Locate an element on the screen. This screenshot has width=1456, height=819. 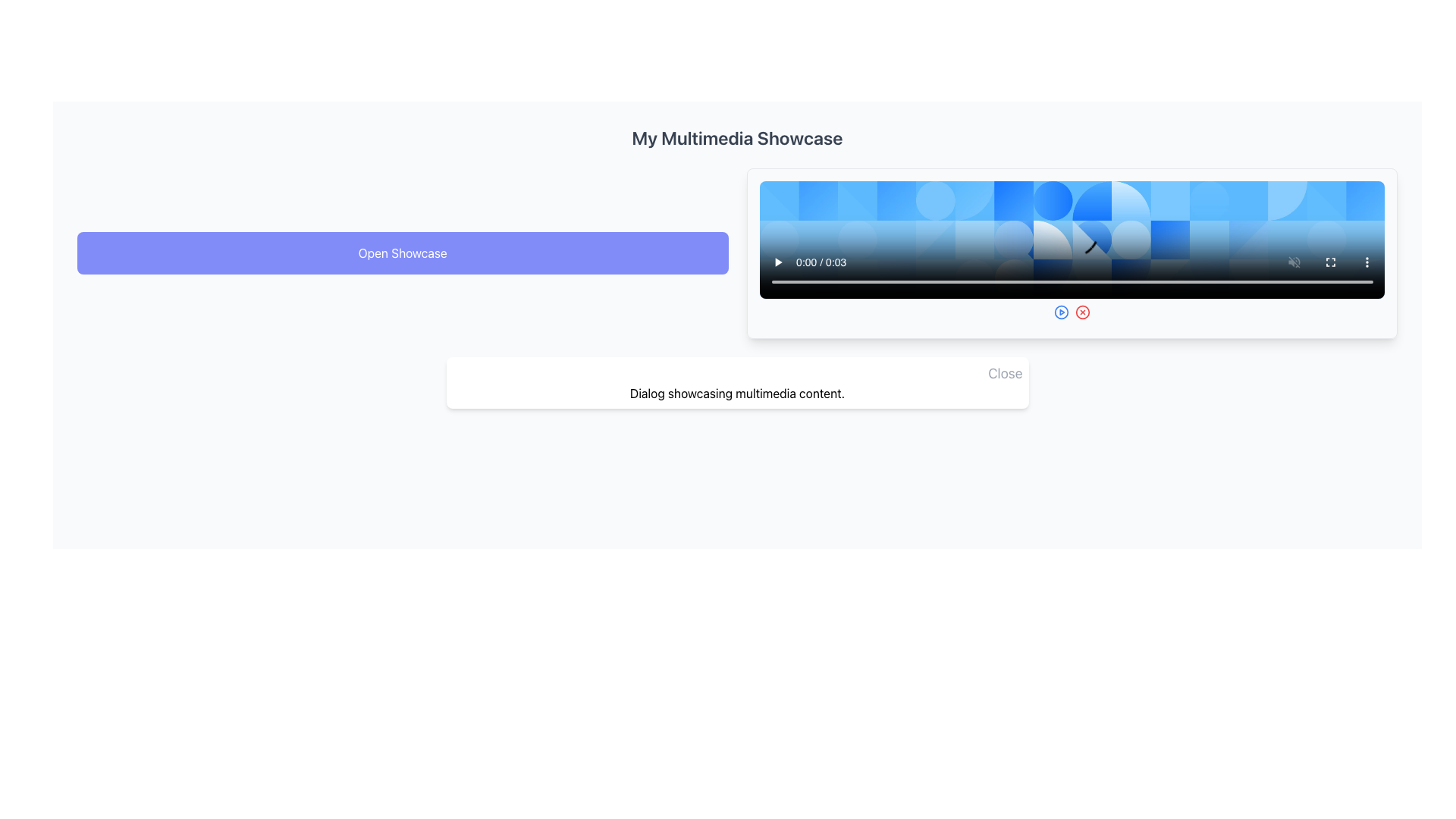
the 'Open Showcase' button, which is a wide rectangular button with rounded borders and solid indigo color is located at coordinates (403, 253).